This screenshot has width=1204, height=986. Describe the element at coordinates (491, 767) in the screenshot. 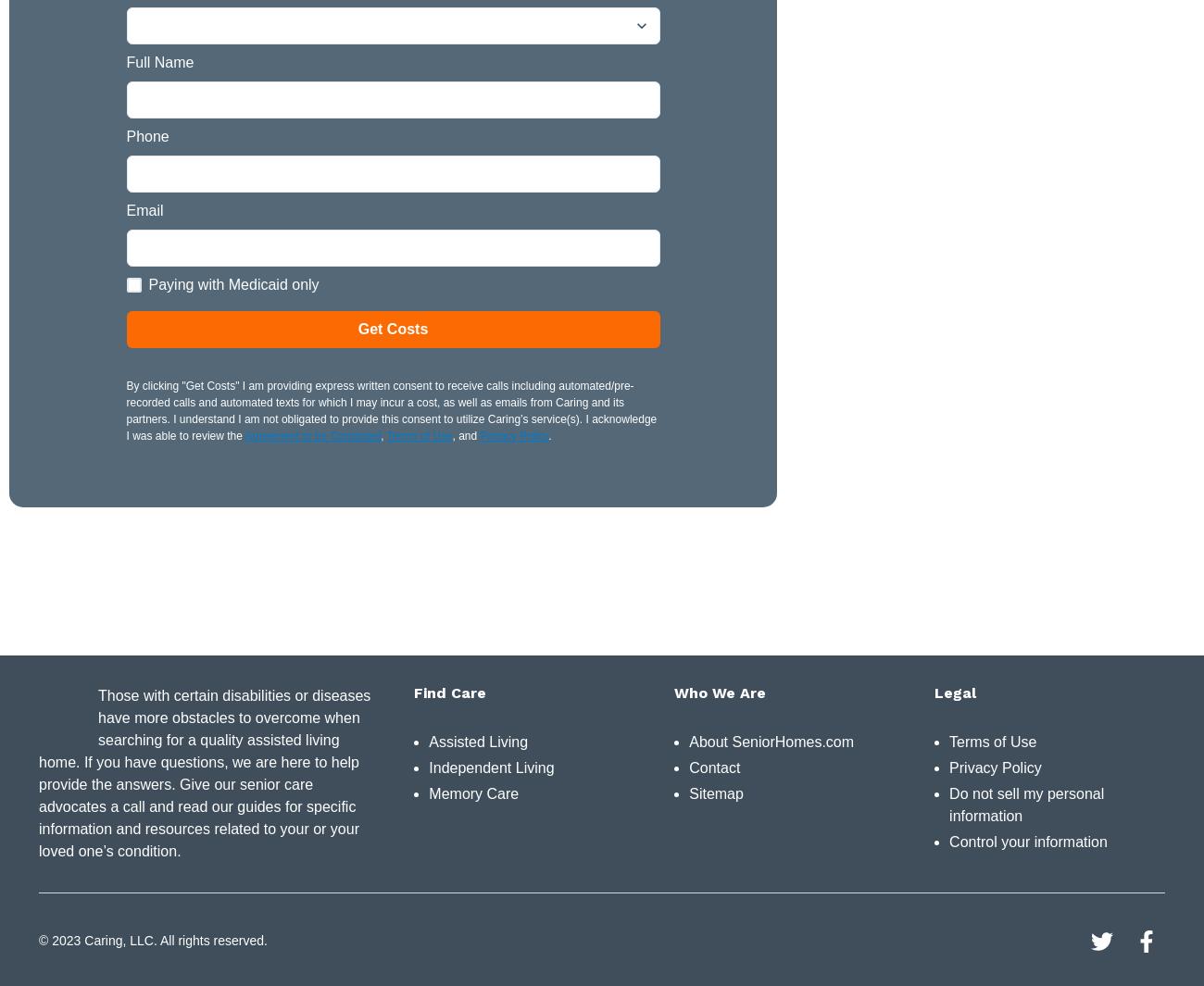

I see `'Independent Living'` at that location.